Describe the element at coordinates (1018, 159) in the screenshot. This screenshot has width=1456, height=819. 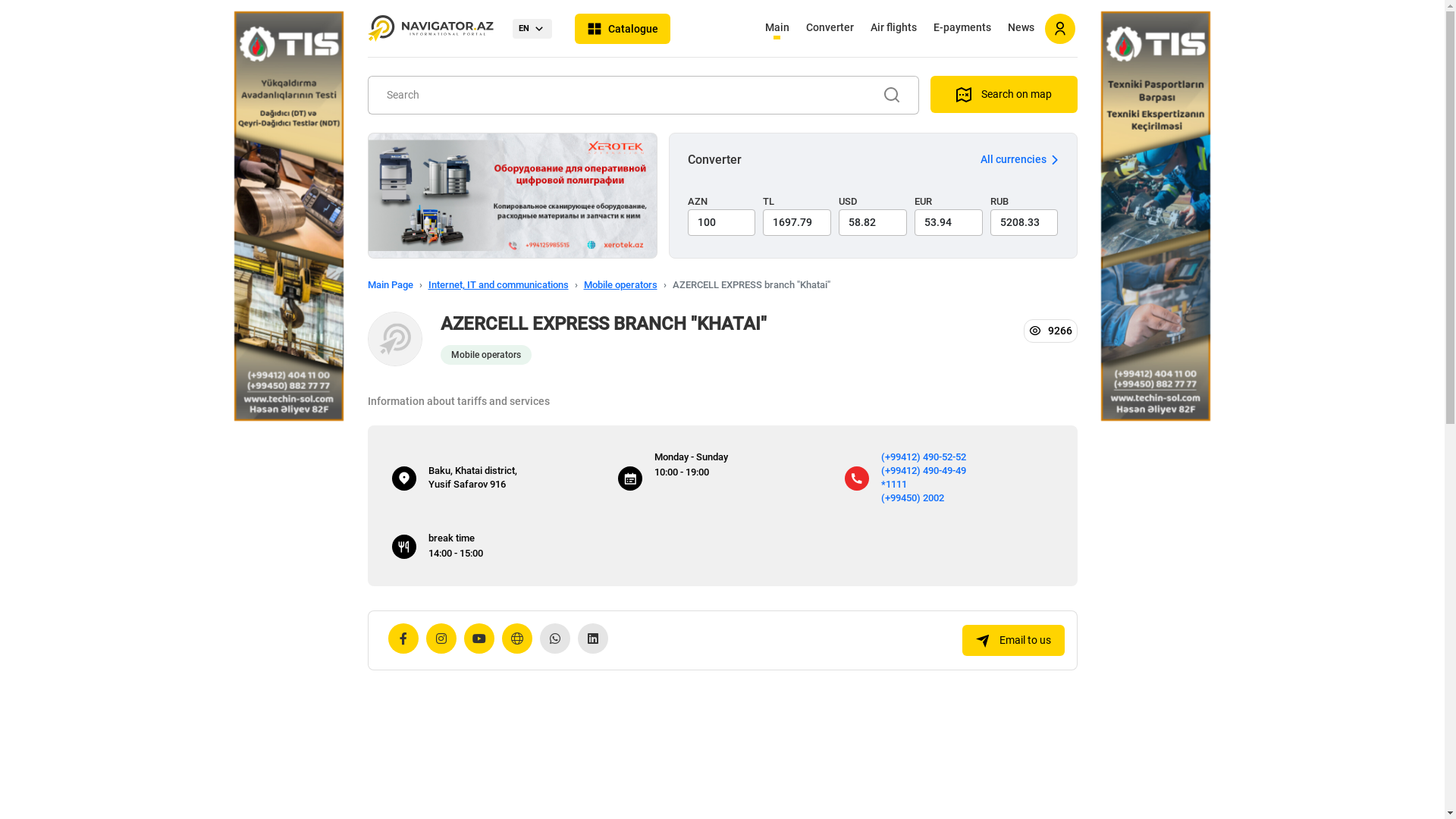
I see `'All currencies'` at that location.